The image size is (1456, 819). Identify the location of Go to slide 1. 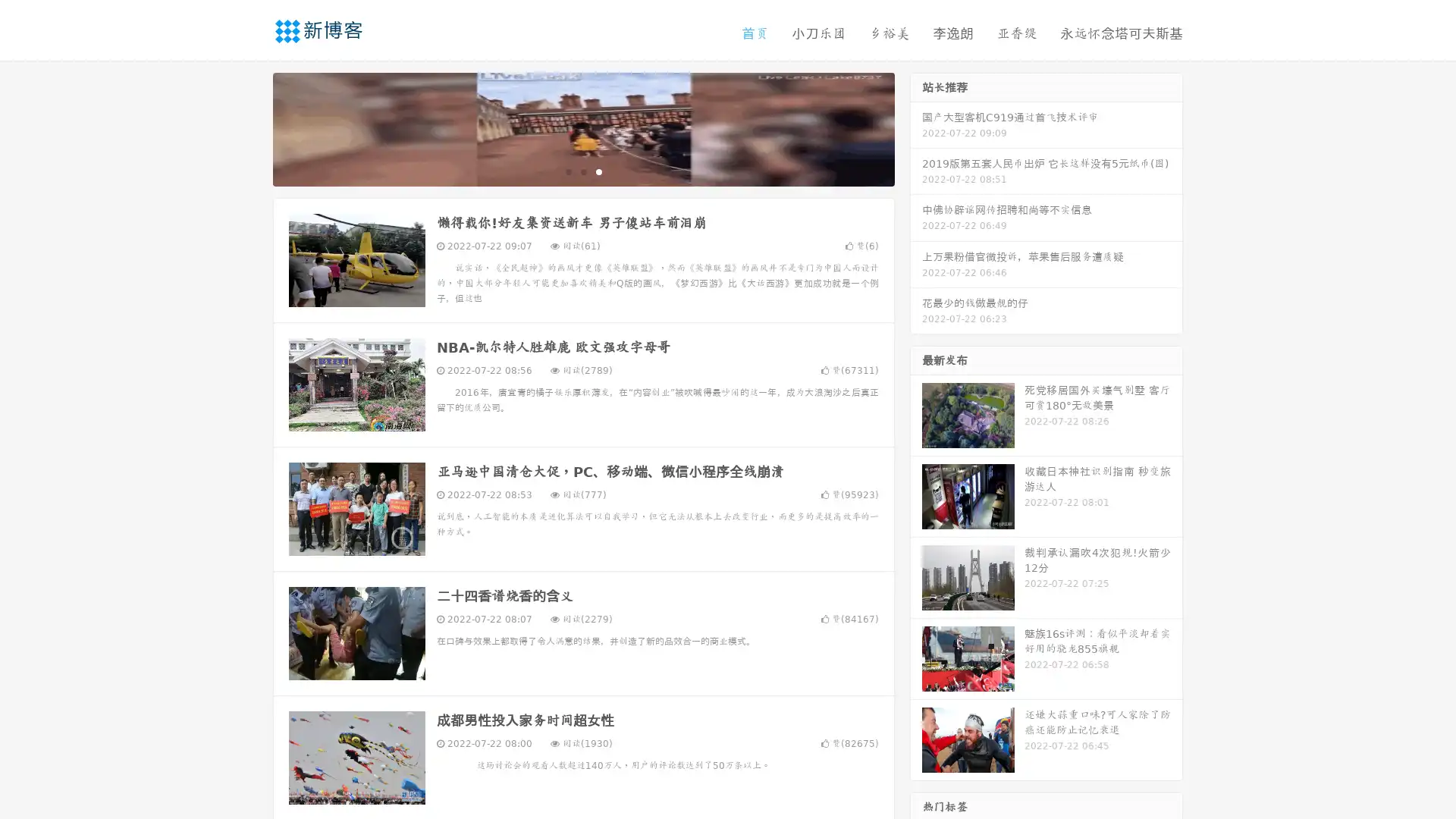
(567, 171).